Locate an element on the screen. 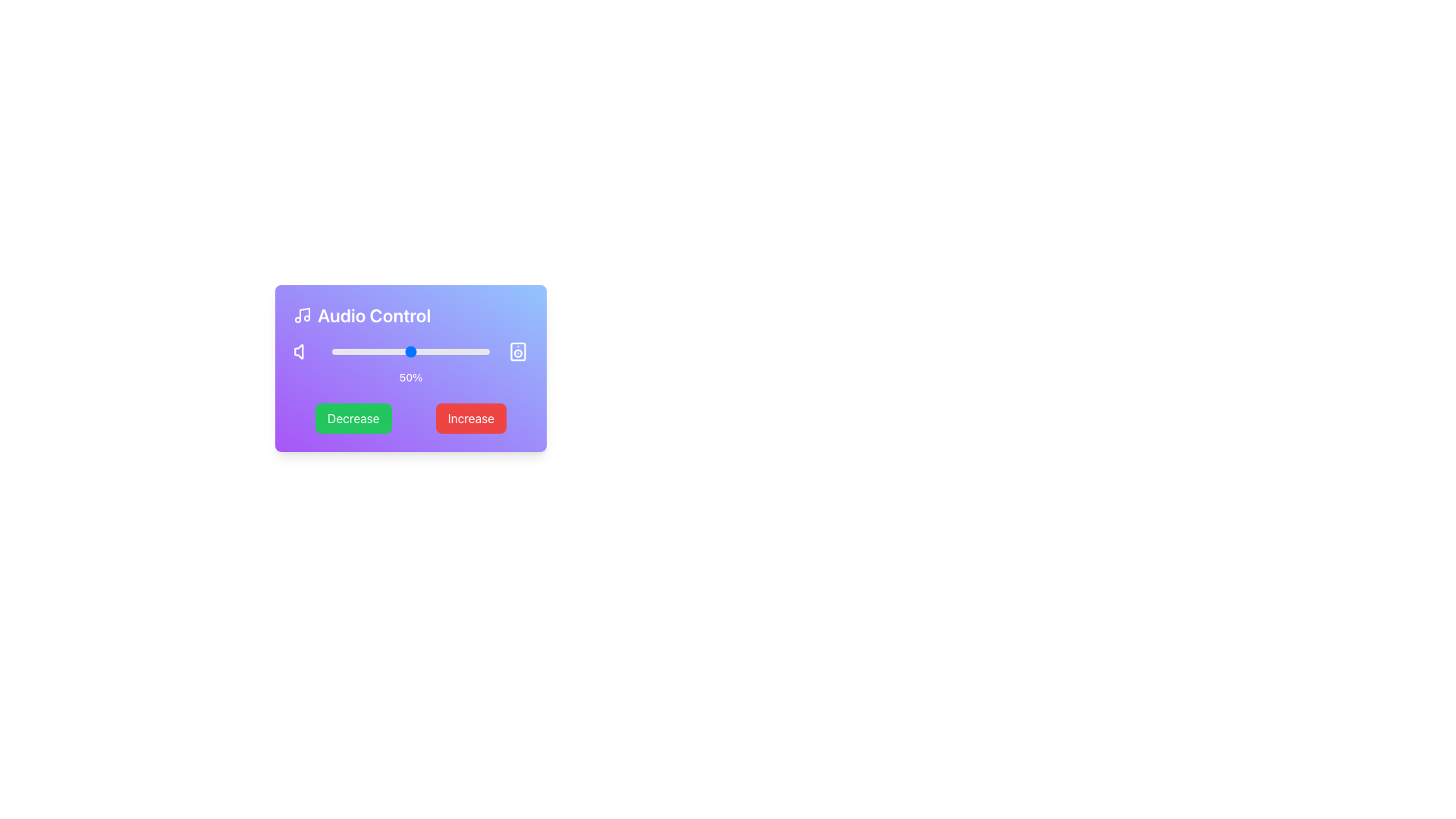 The image size is (1456, 819). the music-related icon in the 'Audio Control' title bar, which is the first element on the left of the text 'Audio Control' is located at coordinates (302, 315).